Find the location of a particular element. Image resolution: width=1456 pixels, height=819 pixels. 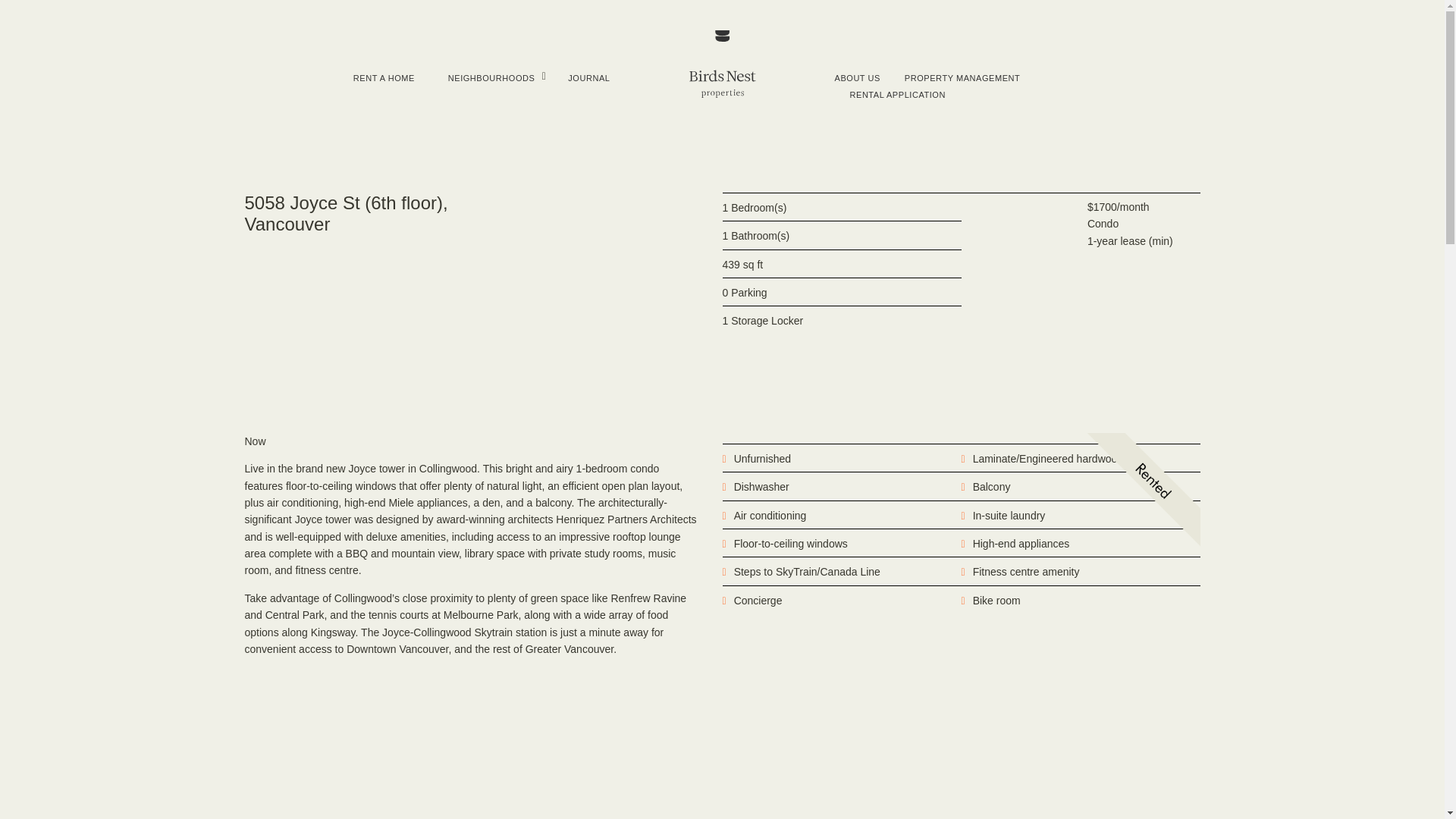

'NEIGHBOURHOODS' is located at coordinates (491, 78).